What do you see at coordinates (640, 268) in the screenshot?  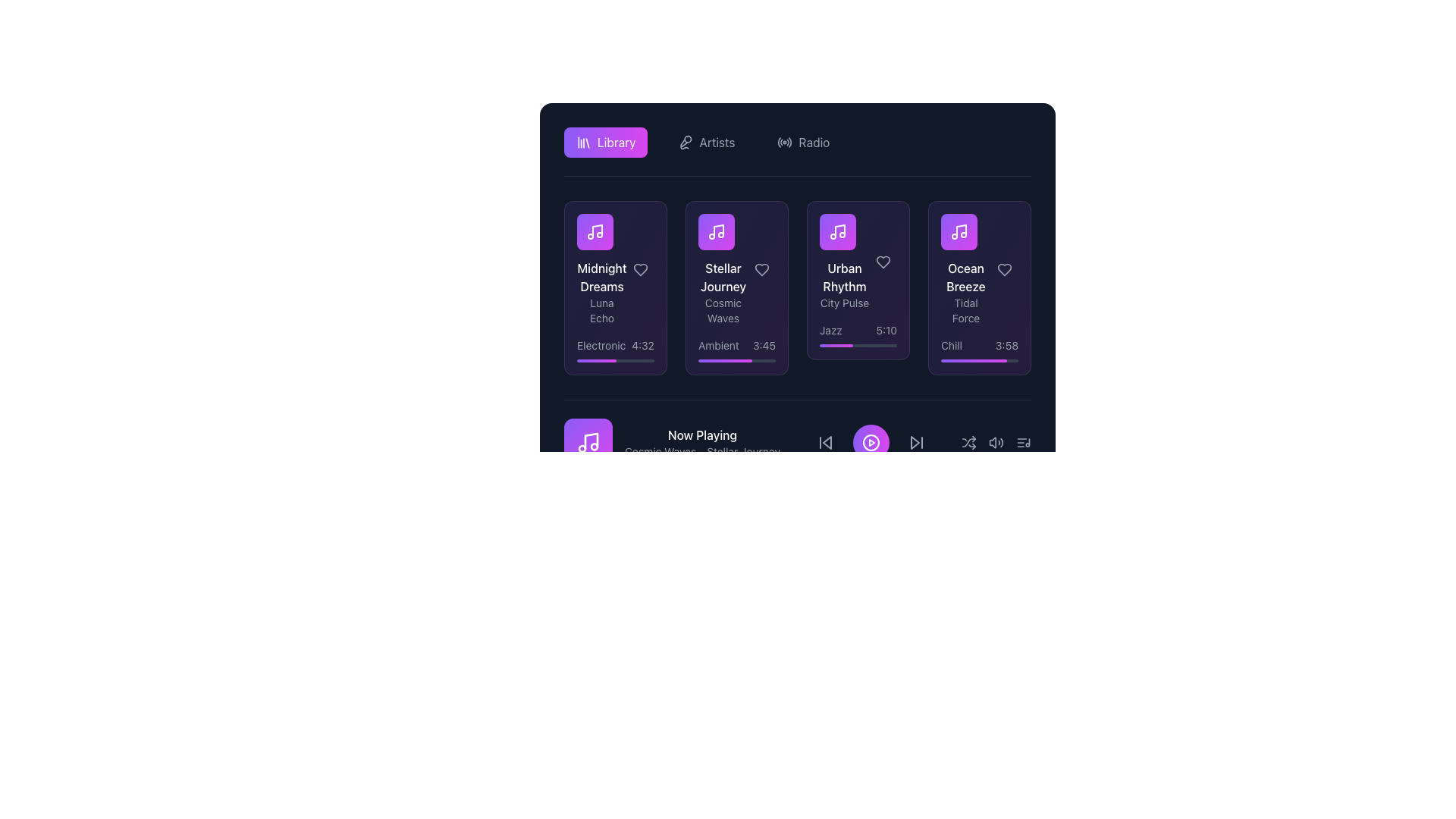 I see `the heart-shaped icon button to mark the song 'Midnight Dreams' as favorite` at bounding box center [640, 268].